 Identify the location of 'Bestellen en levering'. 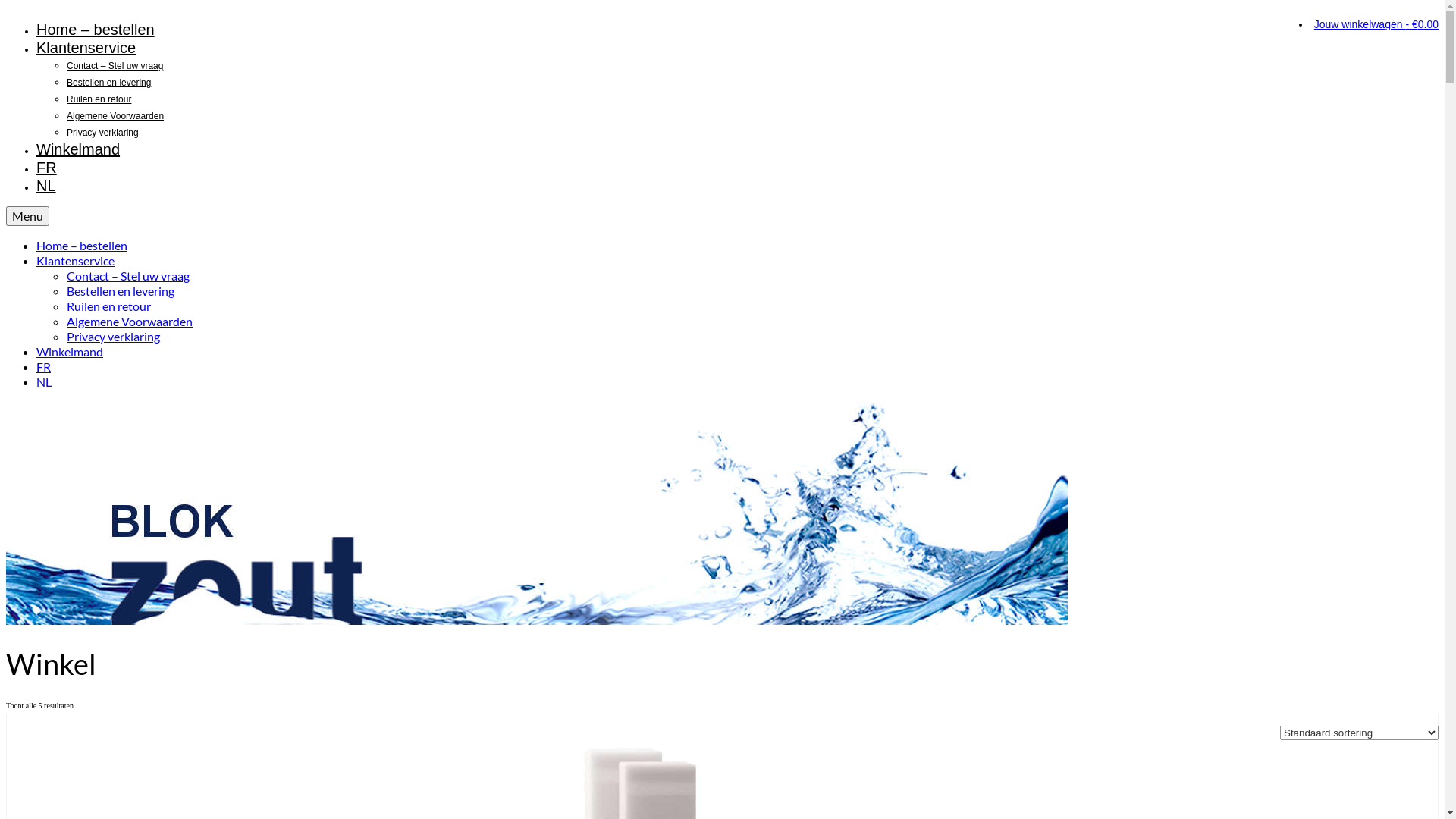
(108, 82).